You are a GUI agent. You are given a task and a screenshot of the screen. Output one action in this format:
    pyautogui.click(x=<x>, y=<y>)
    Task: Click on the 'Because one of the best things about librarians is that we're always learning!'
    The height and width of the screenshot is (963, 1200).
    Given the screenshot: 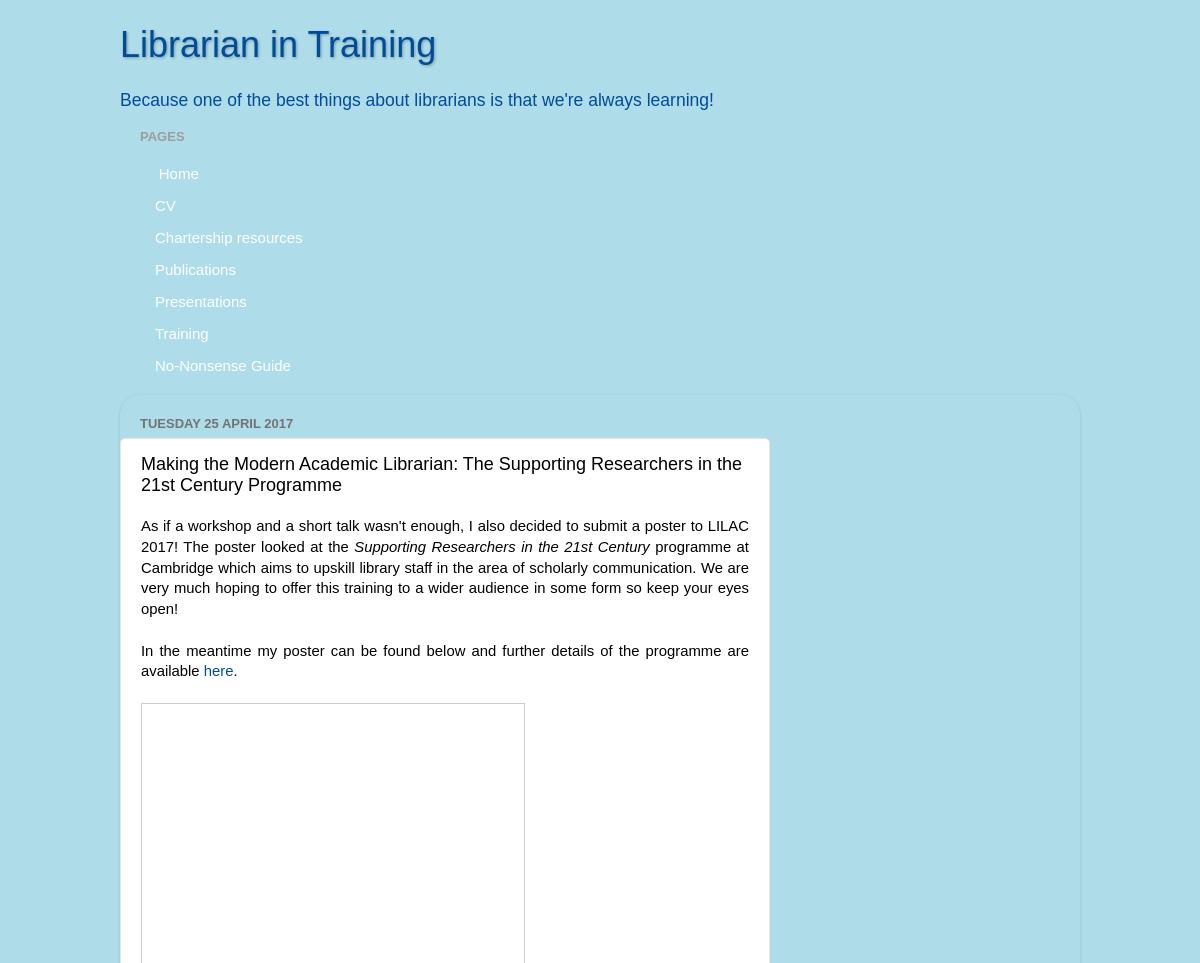 What is the action you would take?
    pyautogui.click(x=416, y=98)
    